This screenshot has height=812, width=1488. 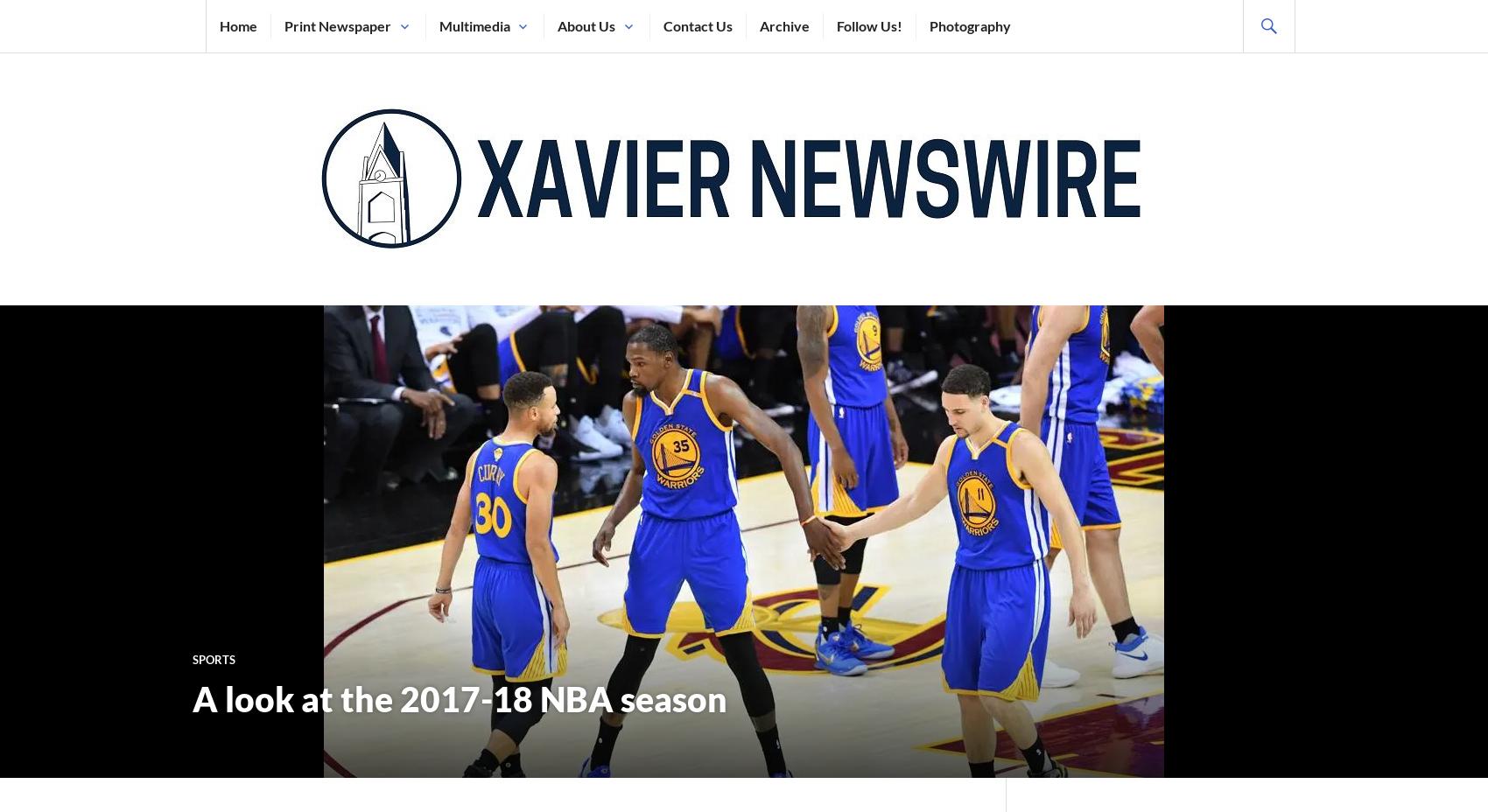 I want to click on 'Photography', so click(x=969, y=24).